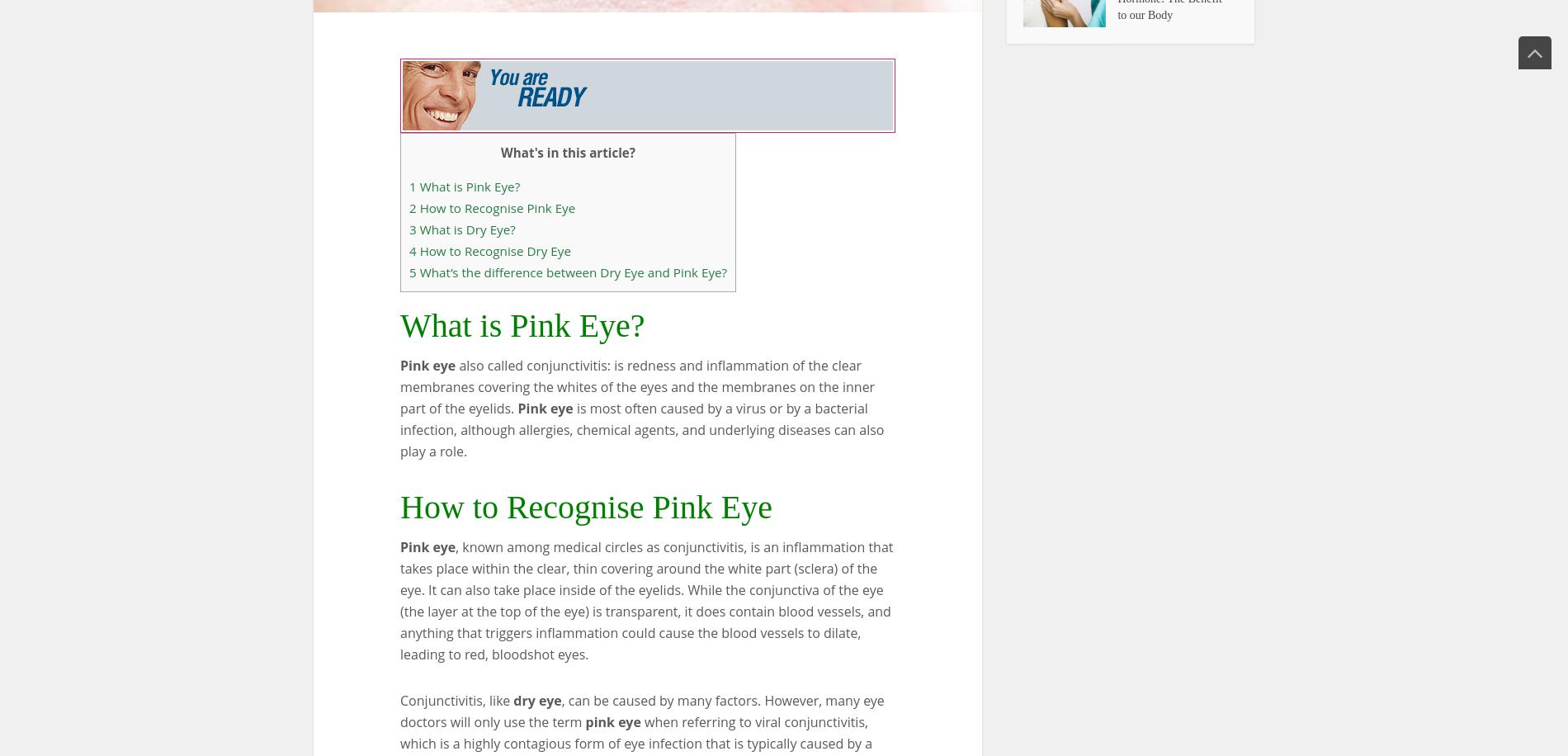 Image resolution: width=1568 pixels, height=756 pixels. Describe the element at coordinates (413, 272) in the screenshot. I see `'5'` at that location.